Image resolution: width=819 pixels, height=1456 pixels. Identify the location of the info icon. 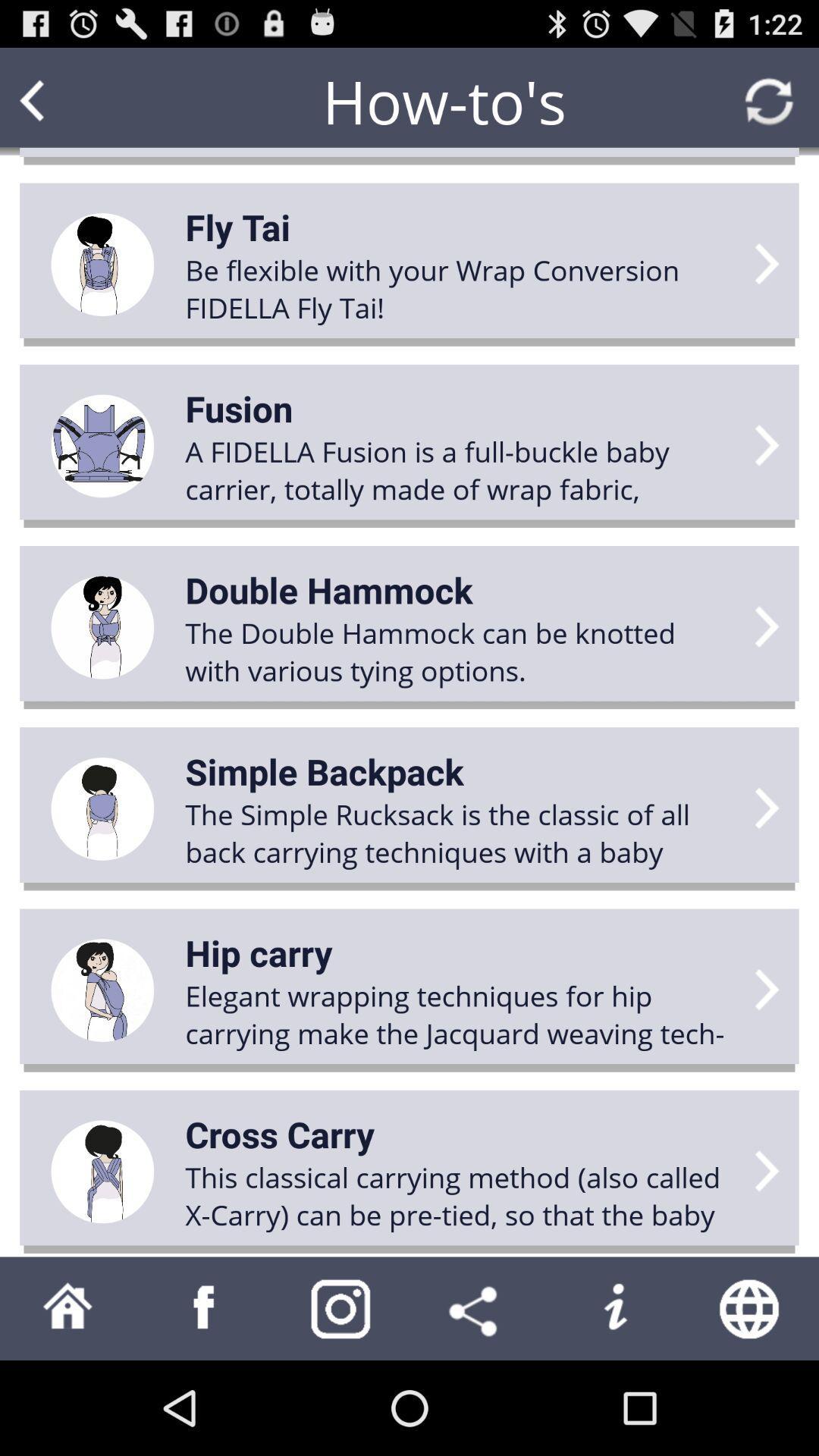
(614, 1400).